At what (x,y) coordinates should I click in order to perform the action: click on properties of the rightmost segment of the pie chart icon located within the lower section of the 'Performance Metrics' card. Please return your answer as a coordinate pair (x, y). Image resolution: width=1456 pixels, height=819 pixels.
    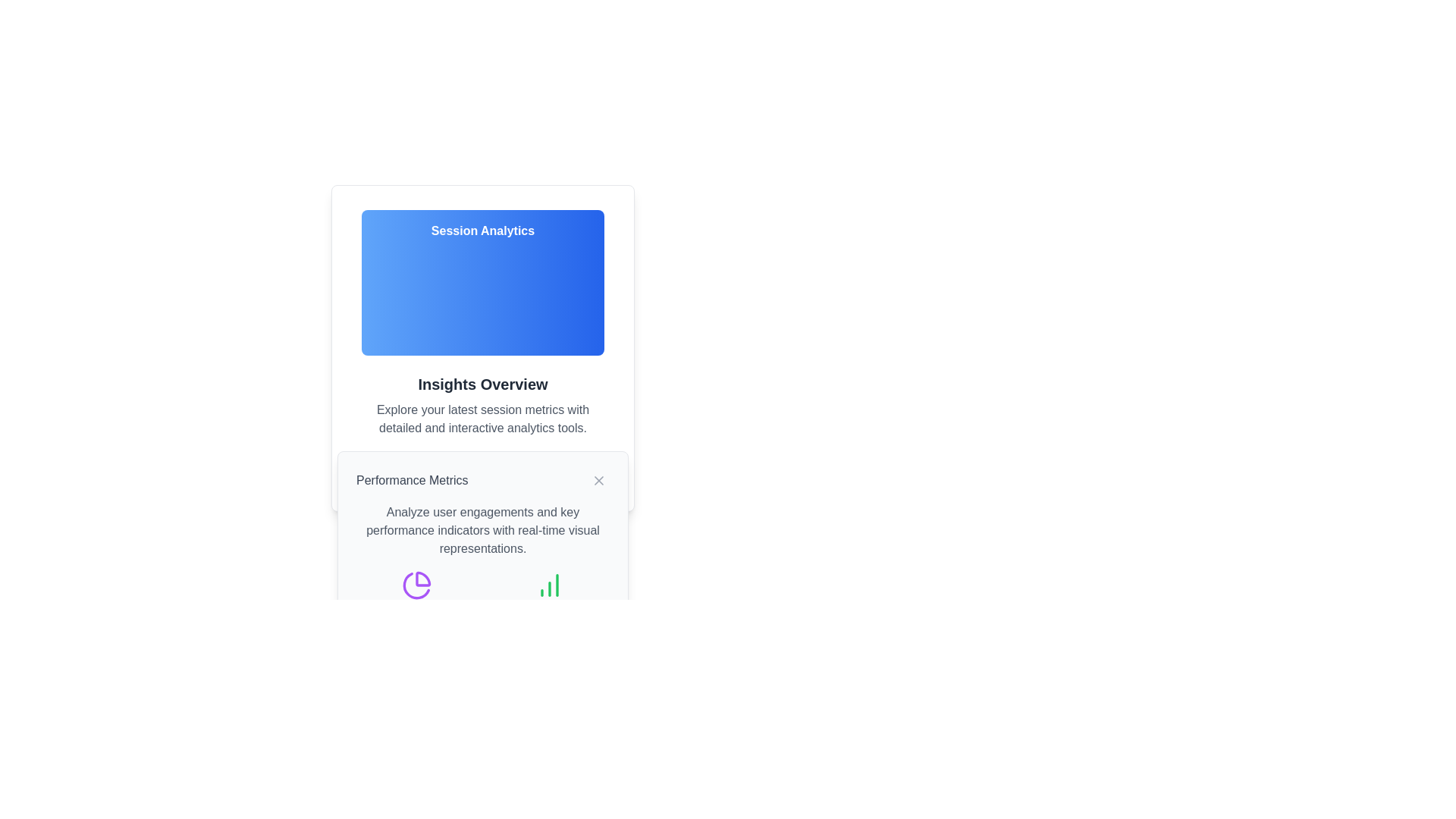
    Looking at the image, I should click on (422, 579).